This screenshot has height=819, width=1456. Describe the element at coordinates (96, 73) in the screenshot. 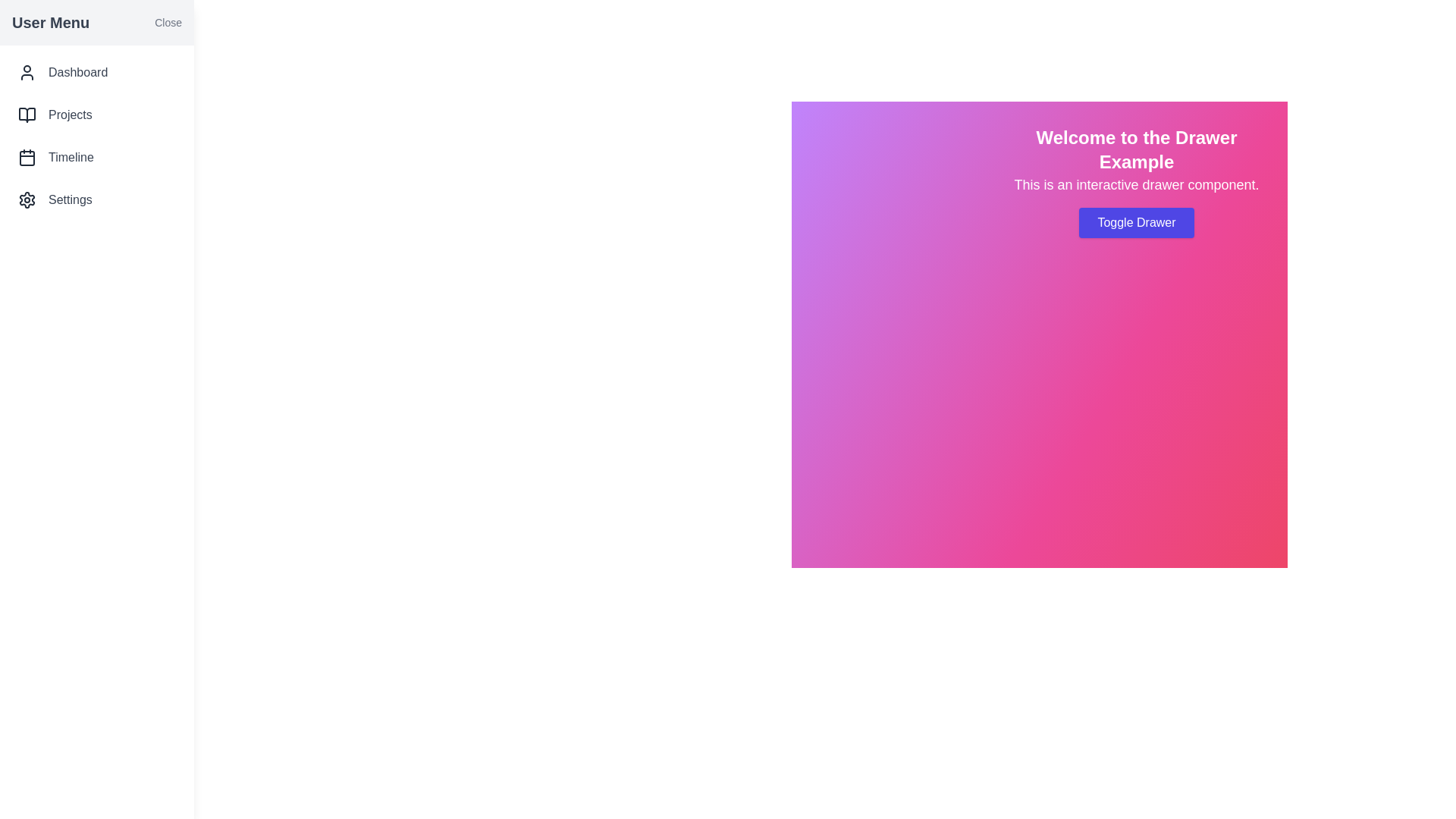

I see `the menu item Dashboard in the drawer` at that location.